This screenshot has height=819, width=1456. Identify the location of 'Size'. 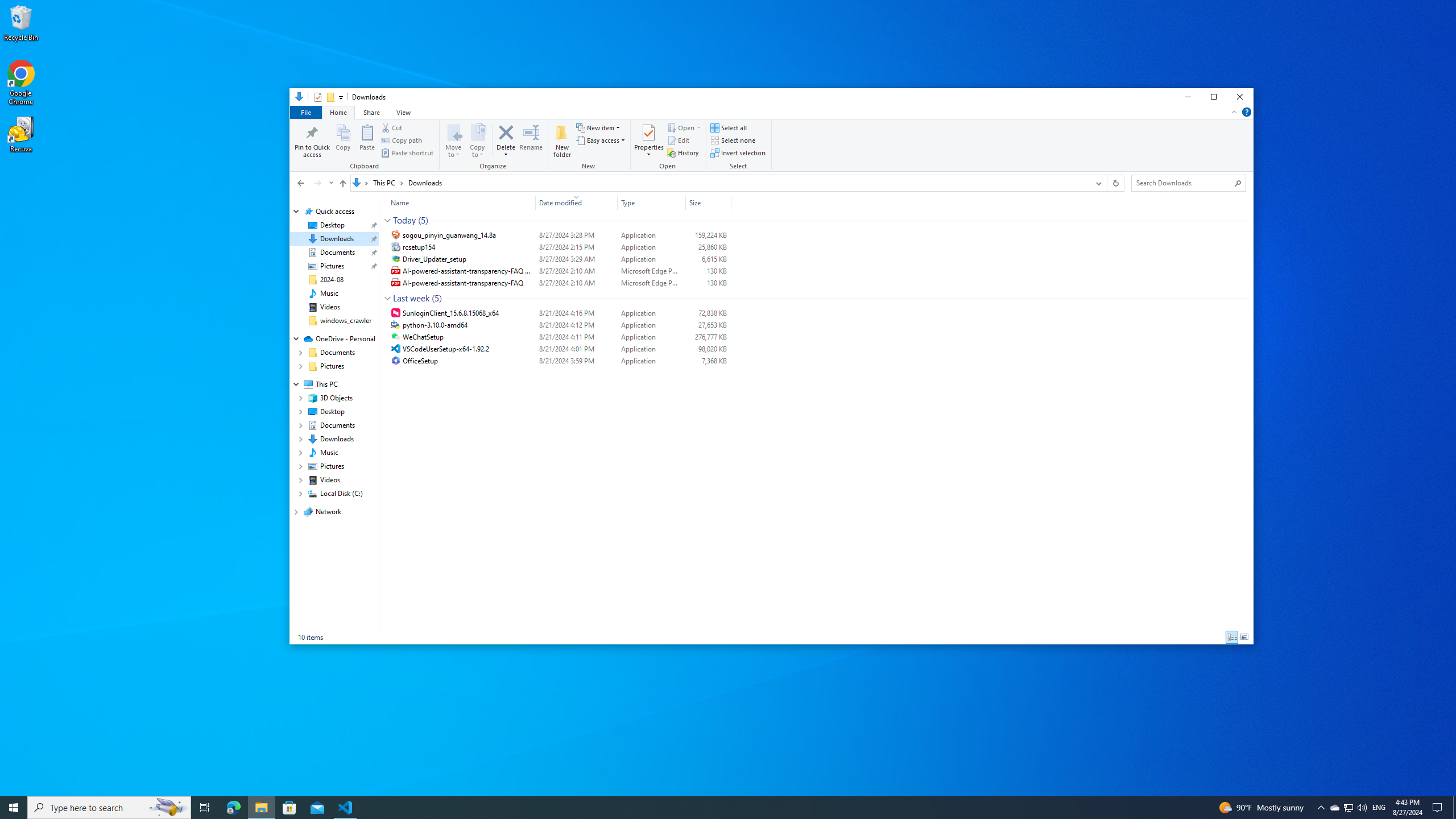
(708, 202).